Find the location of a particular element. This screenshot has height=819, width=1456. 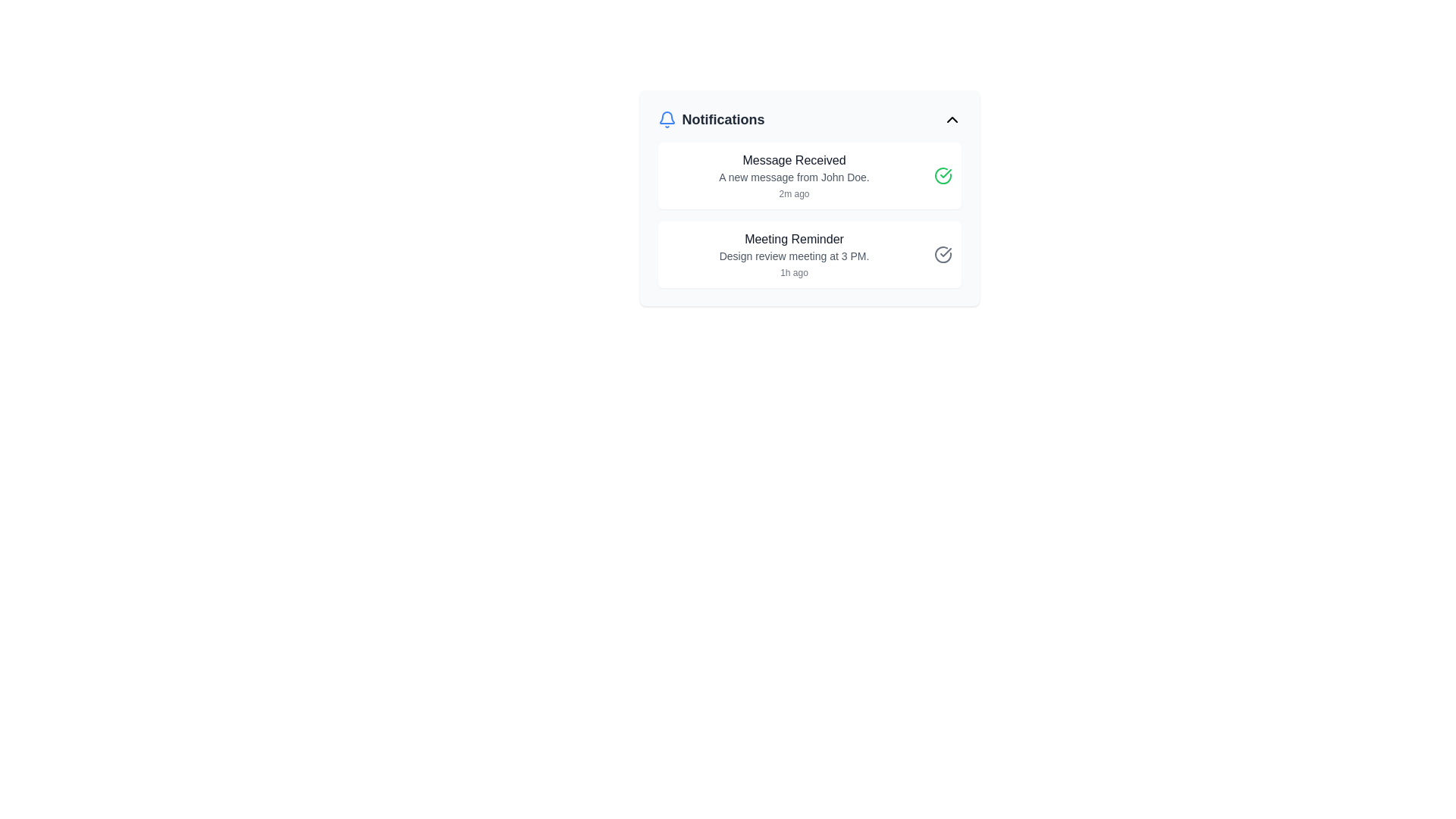

the timestamp text indicating that an event occurred one hour ago, located below the 'Design review meeting at 3 PM.' line in the 'Meeting Reminder' section is located at coordinates (793, 271).